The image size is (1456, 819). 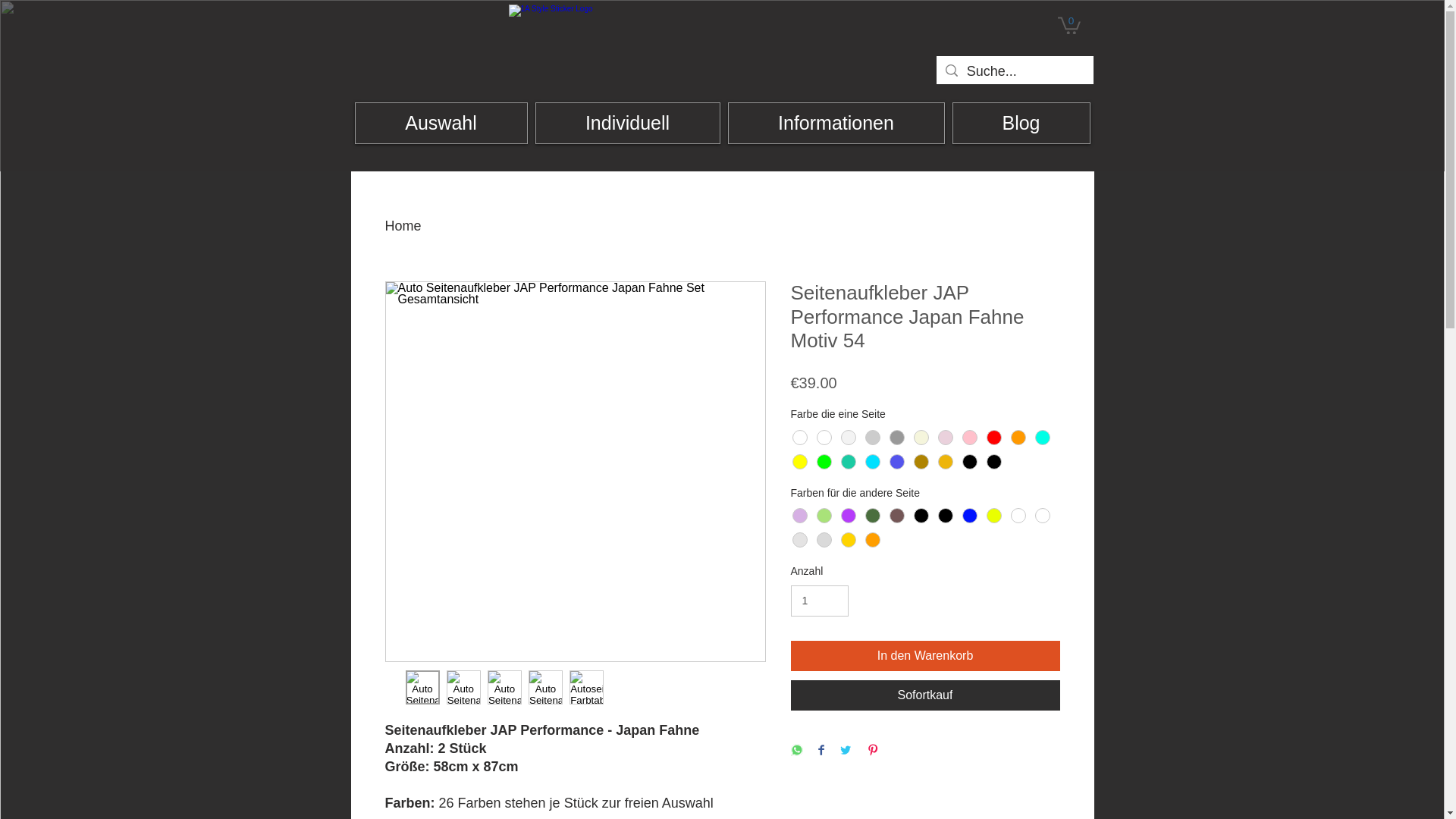 I want to click on 'Home', so click(x=403, y=225).